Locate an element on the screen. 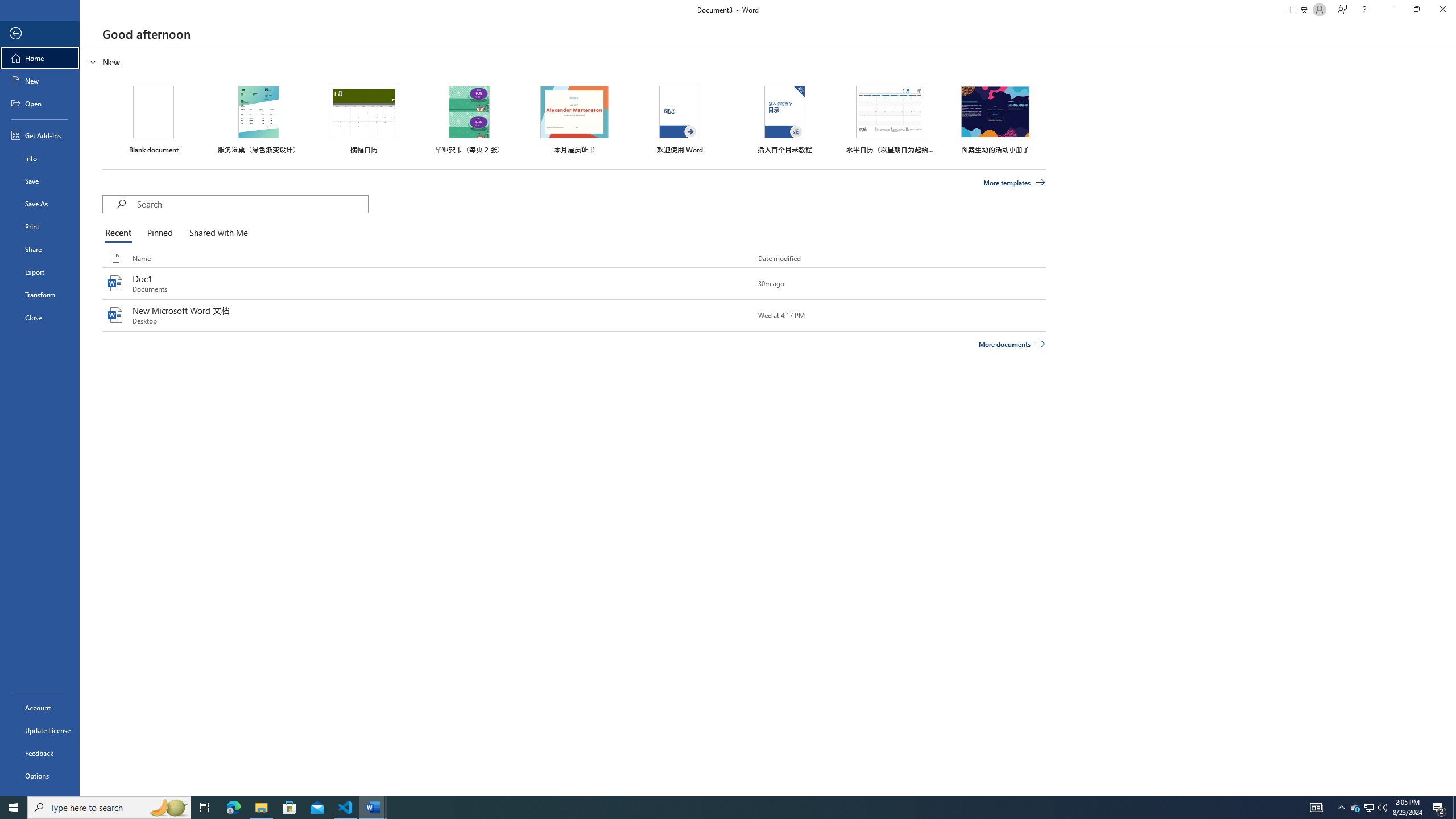 The image size is (1456, 819). 'Pin this item to the list' is located at coordinates (739, 314).